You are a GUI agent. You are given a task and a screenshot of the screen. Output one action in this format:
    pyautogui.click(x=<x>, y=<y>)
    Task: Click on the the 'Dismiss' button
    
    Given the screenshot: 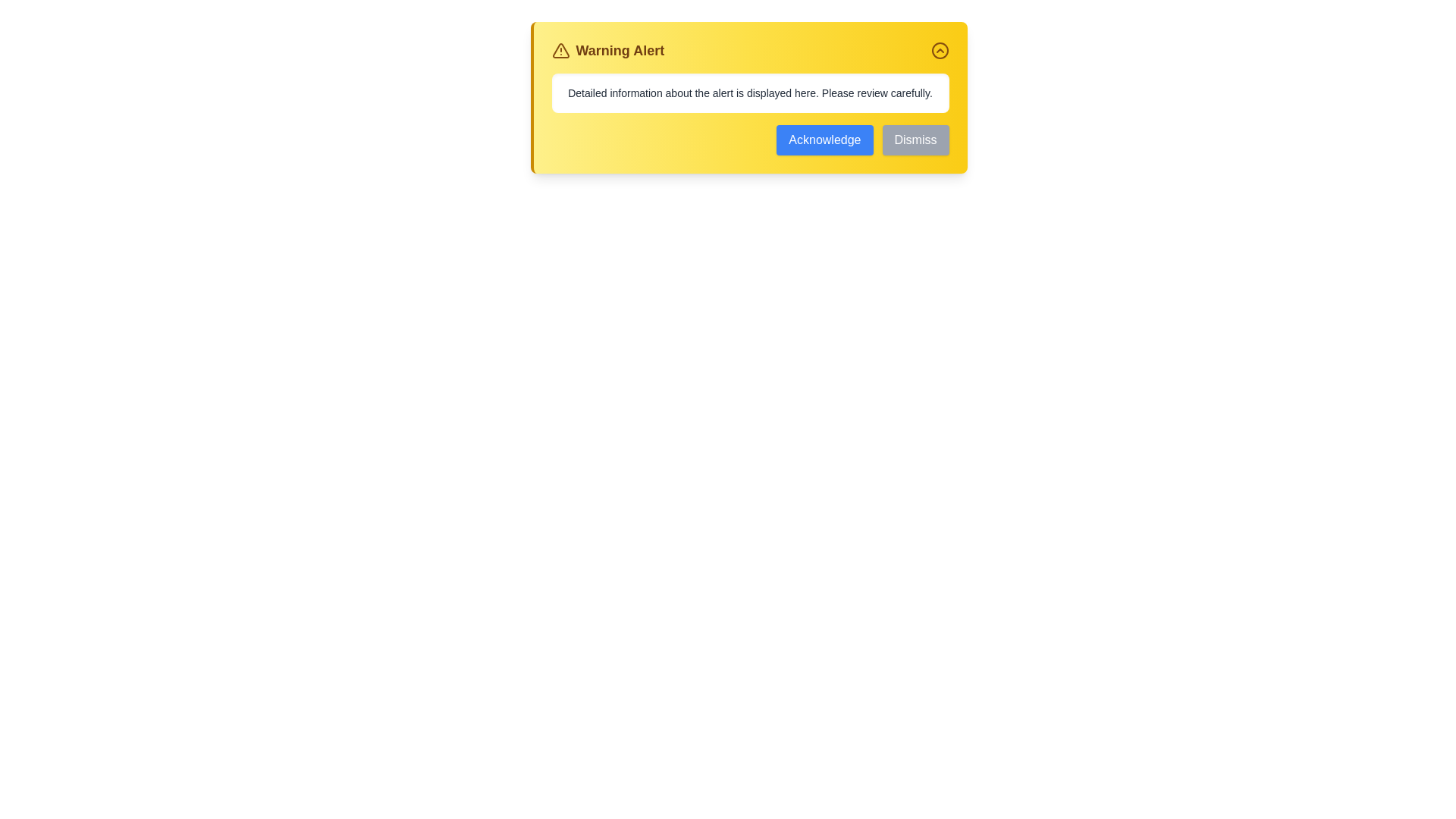 What is the action you would take?
    pyautogui.click(x=915, y=140)
    